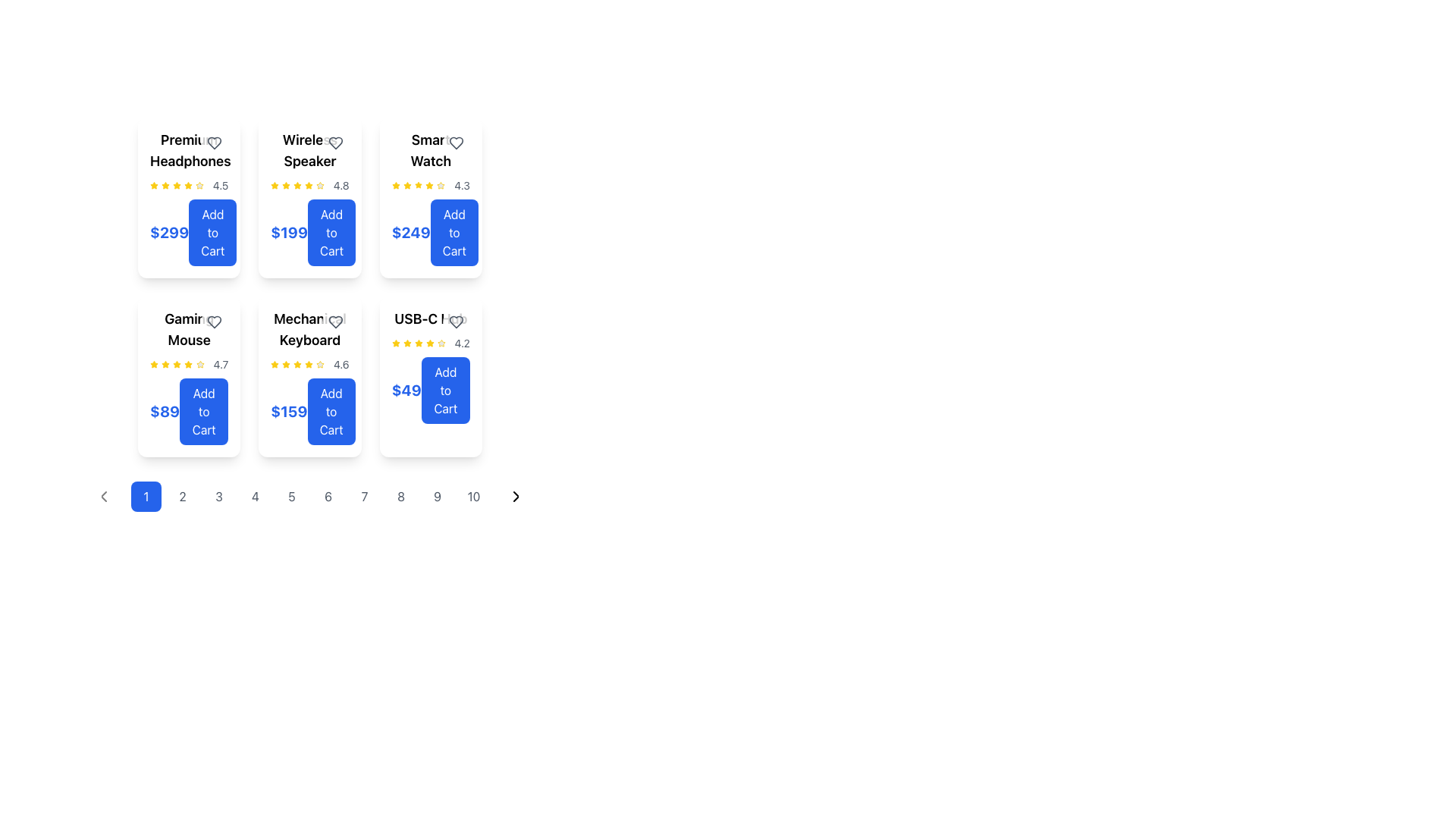 The height and width of the screenshot is (819, 1456). What do you see at coordinates (297, 184) in the screenshot?
I see `the Star icon that represents the rating for the 'Wireless Speaker' product, located in the second card from the left in the upper row of the grid layout` at bounding box center [297, 184].